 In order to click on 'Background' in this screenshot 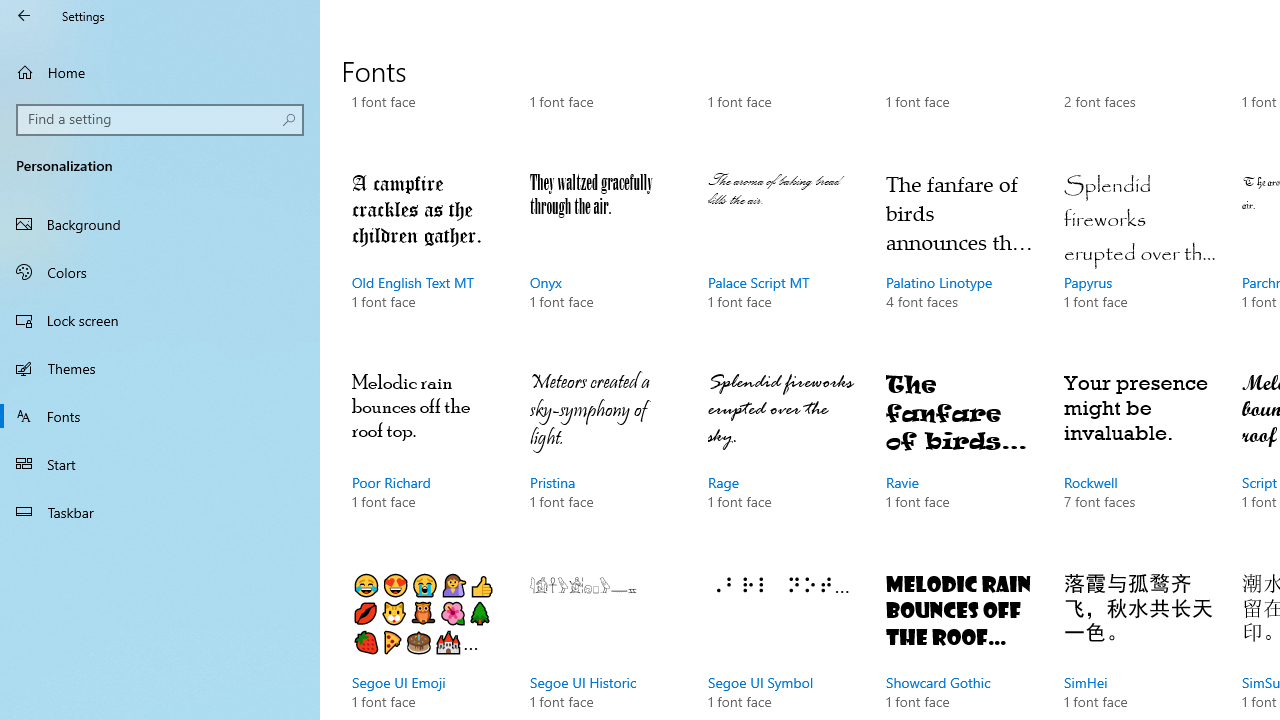, I will do `click(160, 223)`.